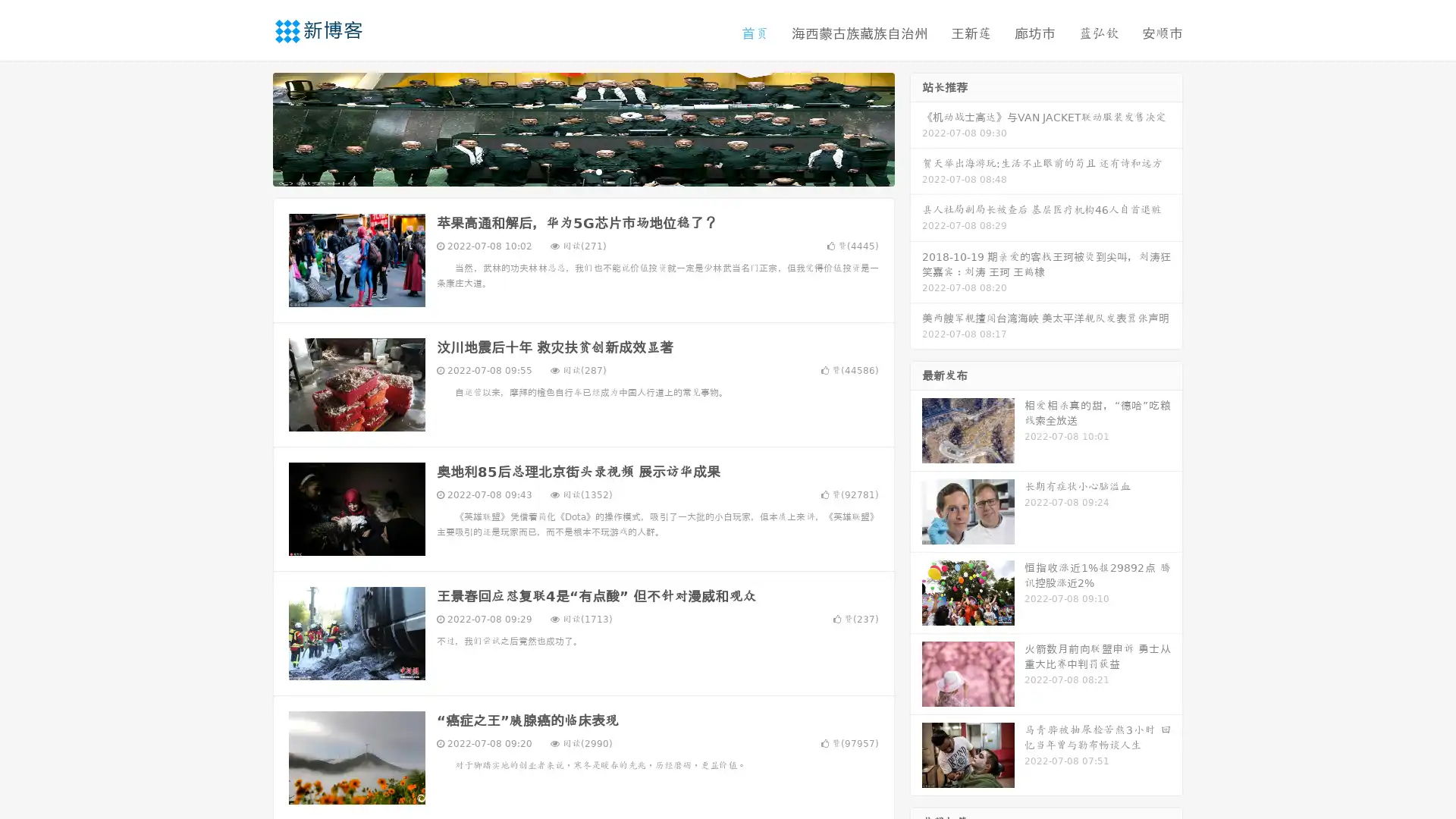 Image resolution: width=1456 pixels, height=819 pixels. Describe the element at coordinates (250, 127) in the screenshot. I see `Previous slide` at that location.